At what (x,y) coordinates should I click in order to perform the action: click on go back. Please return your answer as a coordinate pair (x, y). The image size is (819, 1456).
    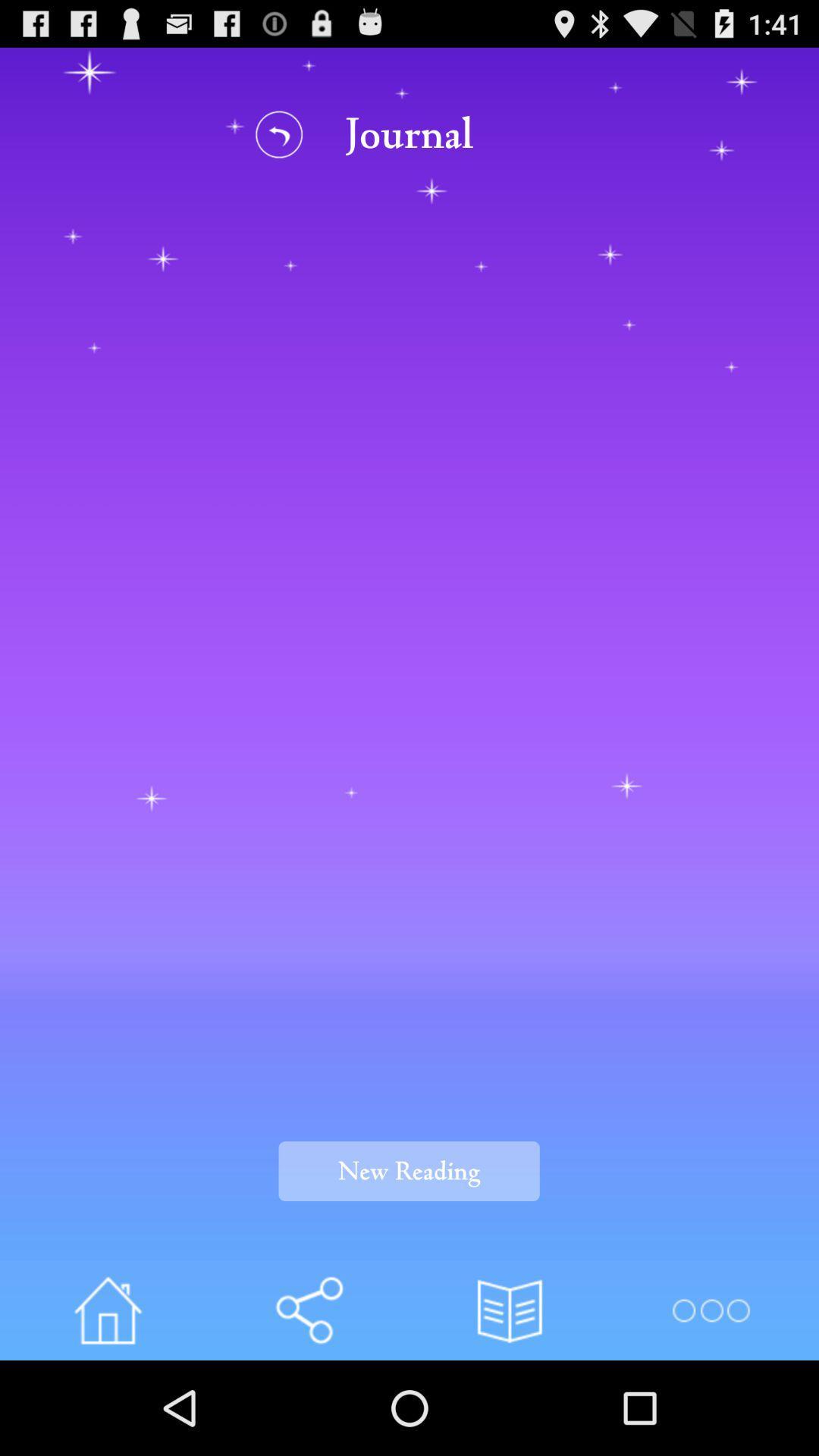
    Looking at the image, I should click on (279, 134).